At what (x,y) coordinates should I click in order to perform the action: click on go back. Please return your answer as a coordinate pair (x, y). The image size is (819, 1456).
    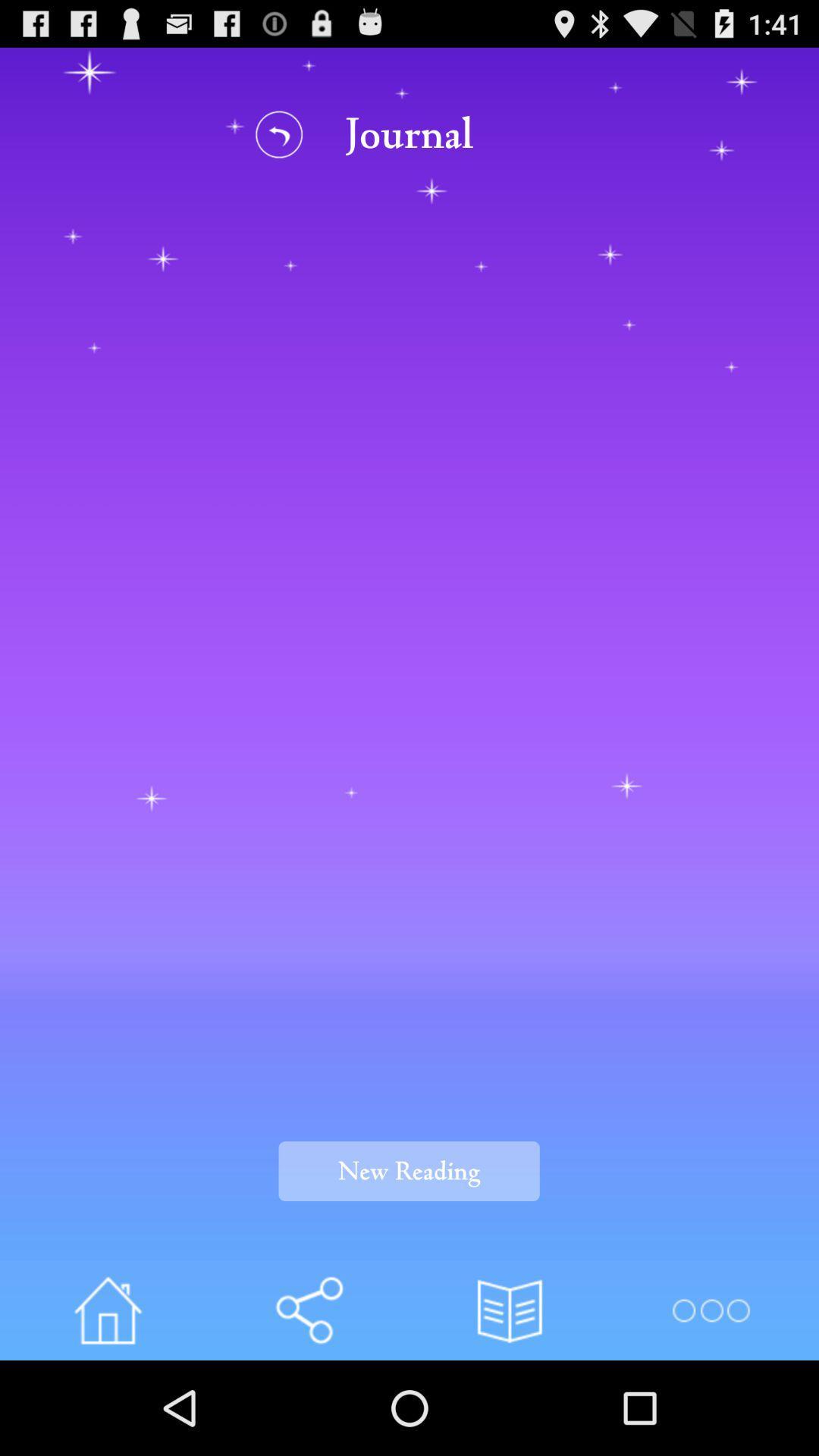
    Looking at the image, I should click on (279, 134).